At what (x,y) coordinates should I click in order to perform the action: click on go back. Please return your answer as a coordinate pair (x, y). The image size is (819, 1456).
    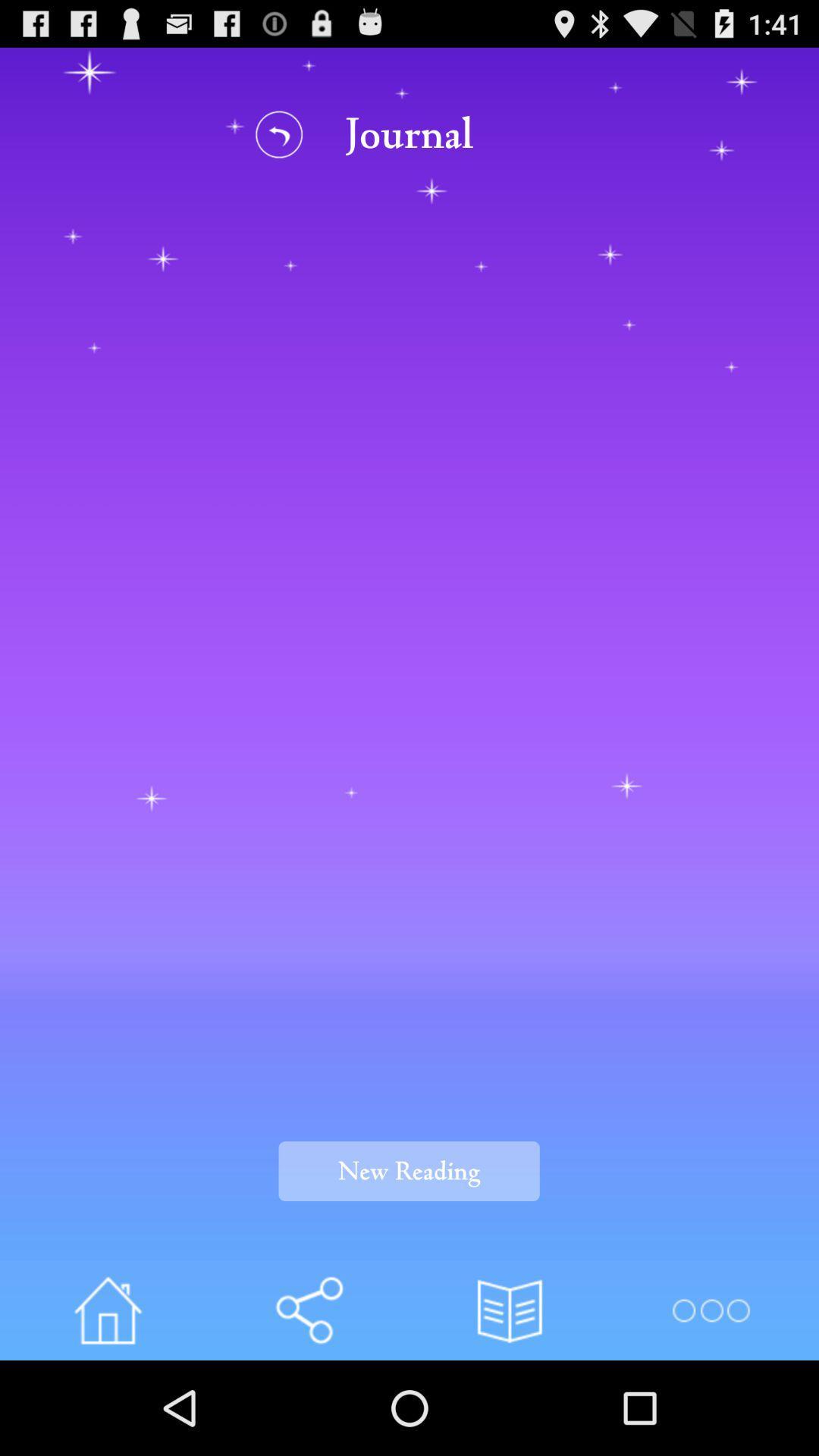
    Looking at the image, I should click on (279, 134).